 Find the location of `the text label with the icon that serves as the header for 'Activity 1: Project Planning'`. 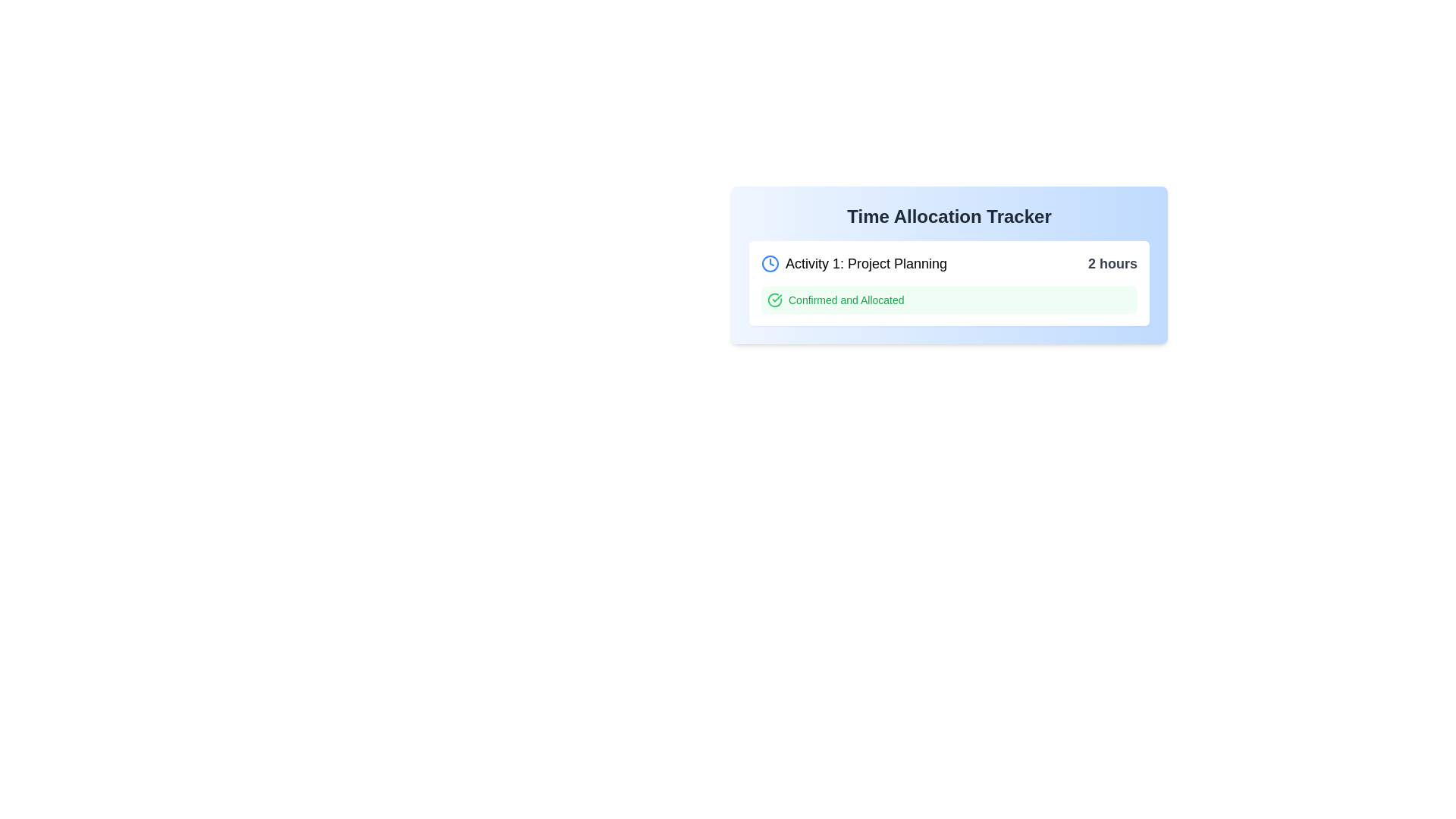

the text label with the icon that serves as the header for 'Activity 1: Project Planning' is located at coordinates (854, 262).